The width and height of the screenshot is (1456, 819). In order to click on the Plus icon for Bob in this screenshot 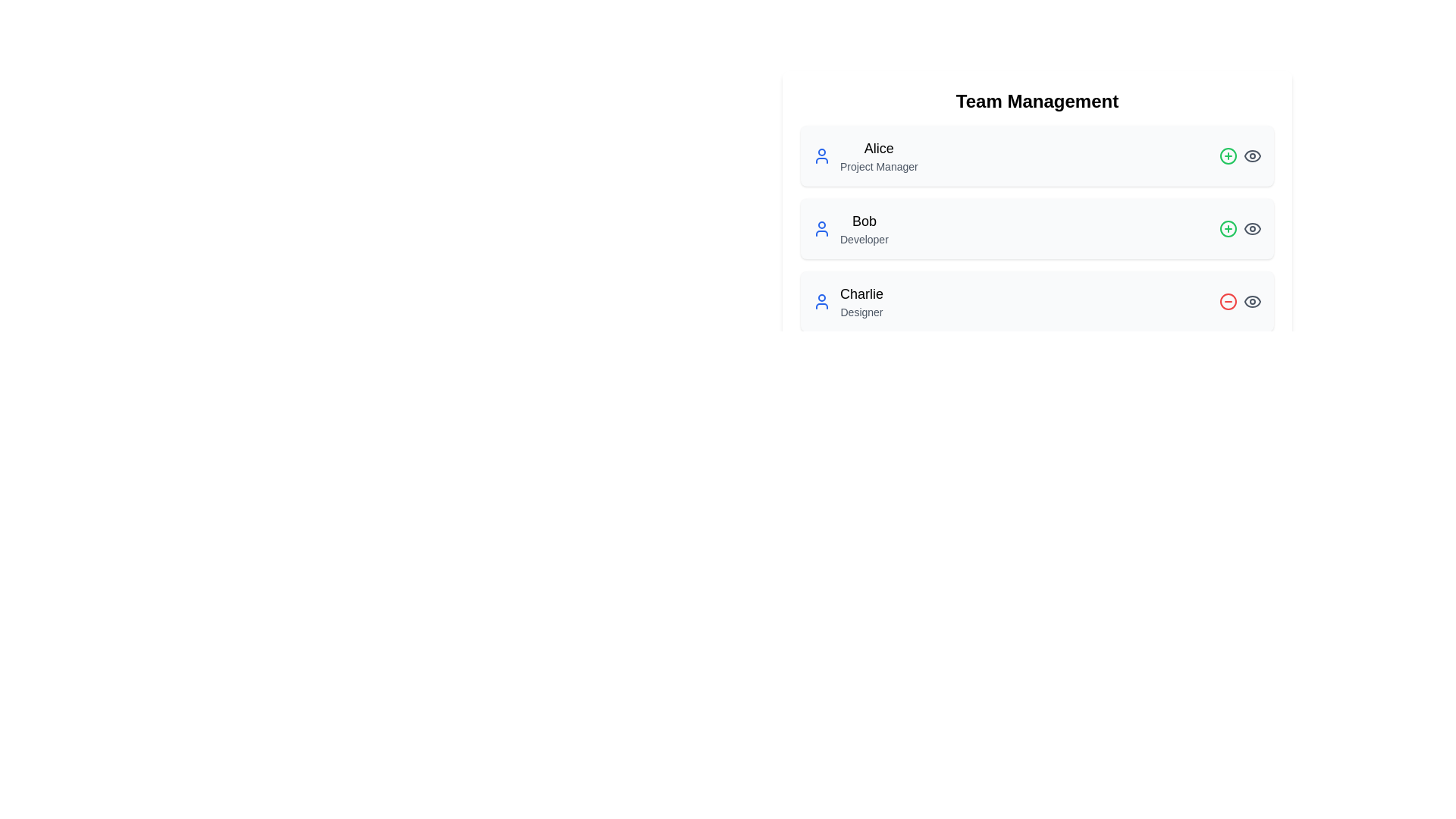, I will do `click(1228, 228)`.